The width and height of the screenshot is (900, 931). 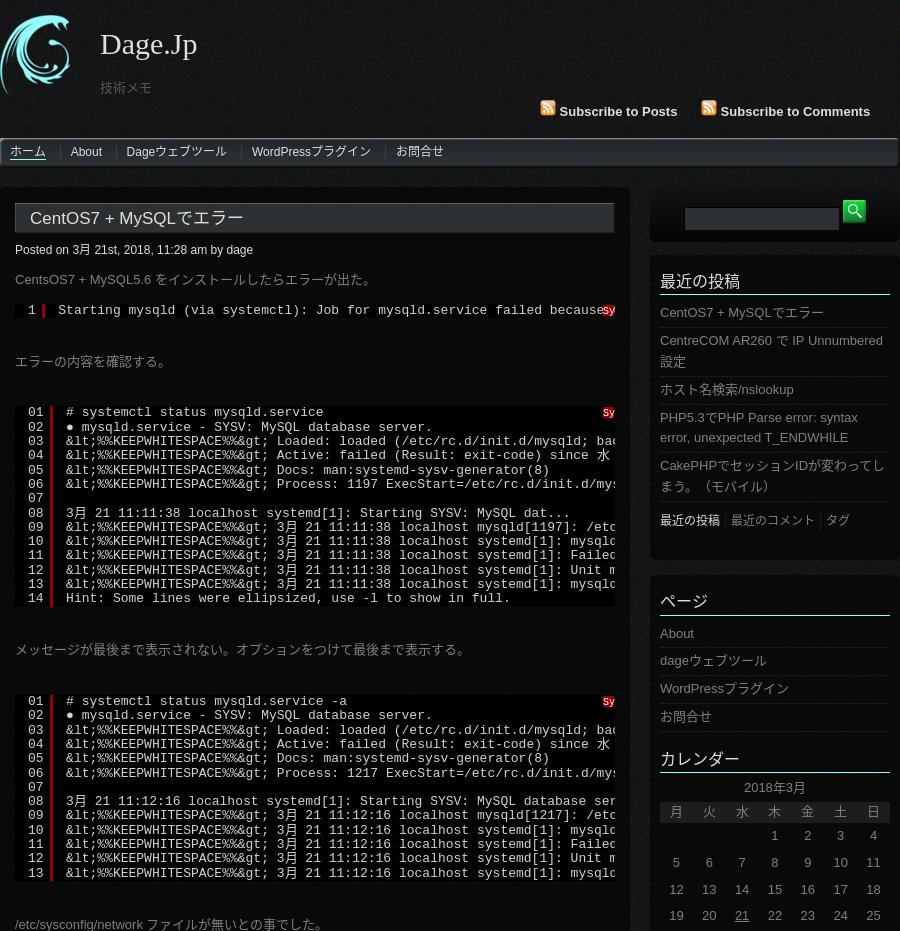 What do you see at coordinates (476, 857) in the screenshot?
I see `'&lt;%%KEEPWHITESPACE%%&gt; 3月 21 11:12:16 localhost systemd[1]: Unit mysqld.service entered failed state.'` at bounding box center [476, 857].